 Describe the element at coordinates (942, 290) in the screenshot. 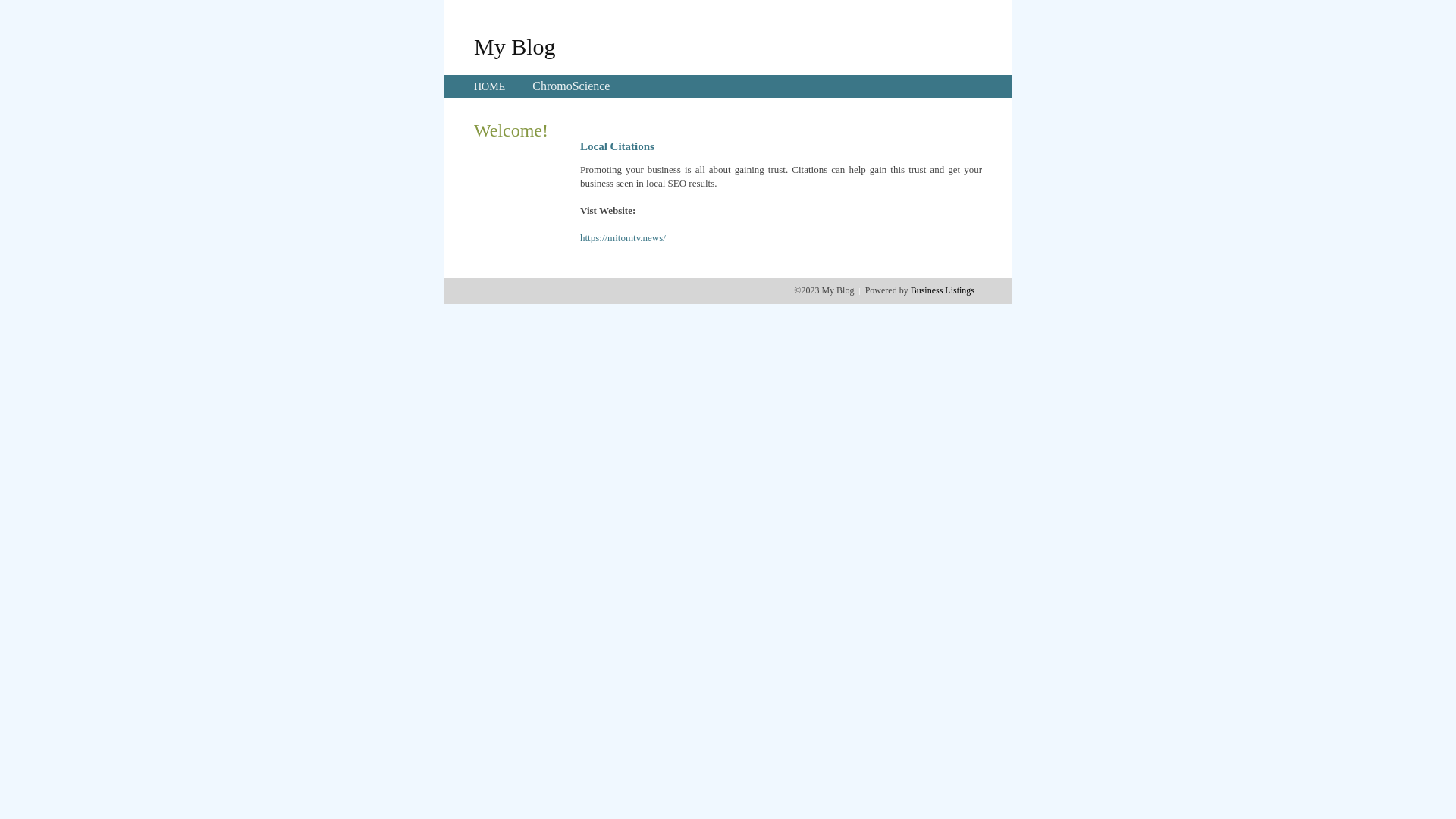

I see `'Business Listings'` at that location.